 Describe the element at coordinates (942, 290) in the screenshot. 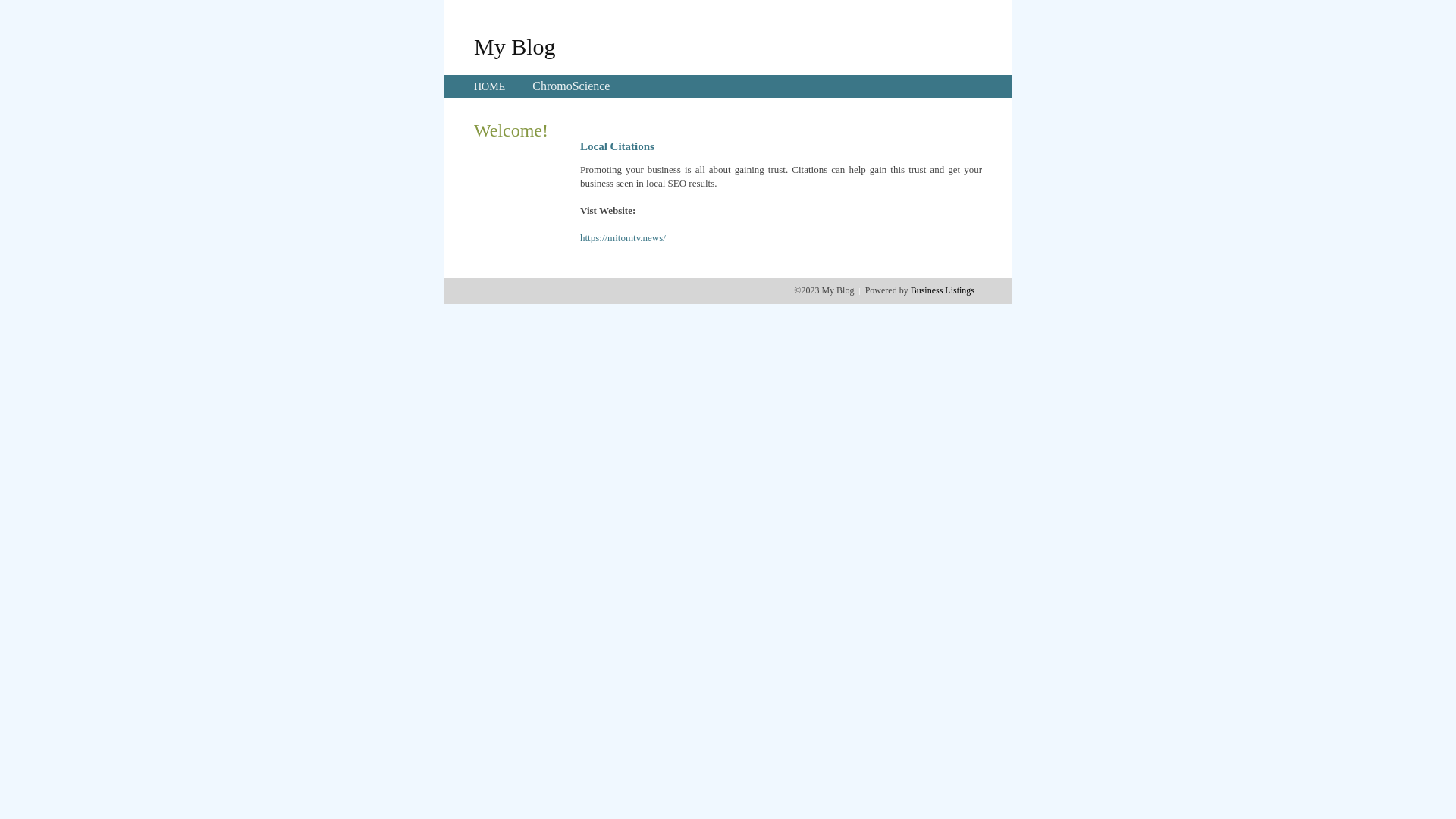

I see `'Business Listings'` at that location.